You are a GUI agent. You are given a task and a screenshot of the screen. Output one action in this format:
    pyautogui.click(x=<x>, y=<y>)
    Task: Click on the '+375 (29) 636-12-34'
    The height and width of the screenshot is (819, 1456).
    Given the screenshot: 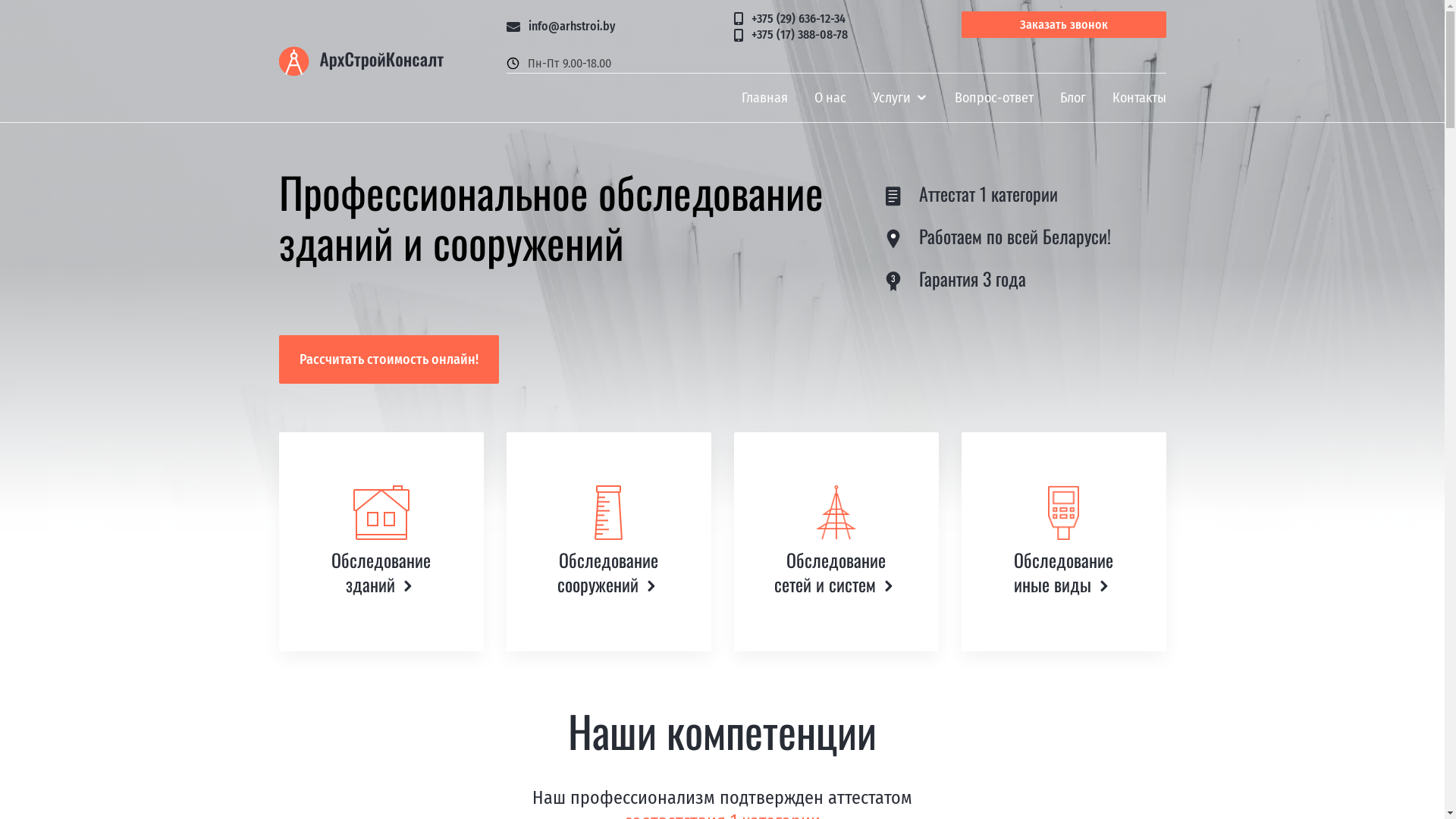 What is the action you would take?
    pyautogui.click(x=836, y=20)
    